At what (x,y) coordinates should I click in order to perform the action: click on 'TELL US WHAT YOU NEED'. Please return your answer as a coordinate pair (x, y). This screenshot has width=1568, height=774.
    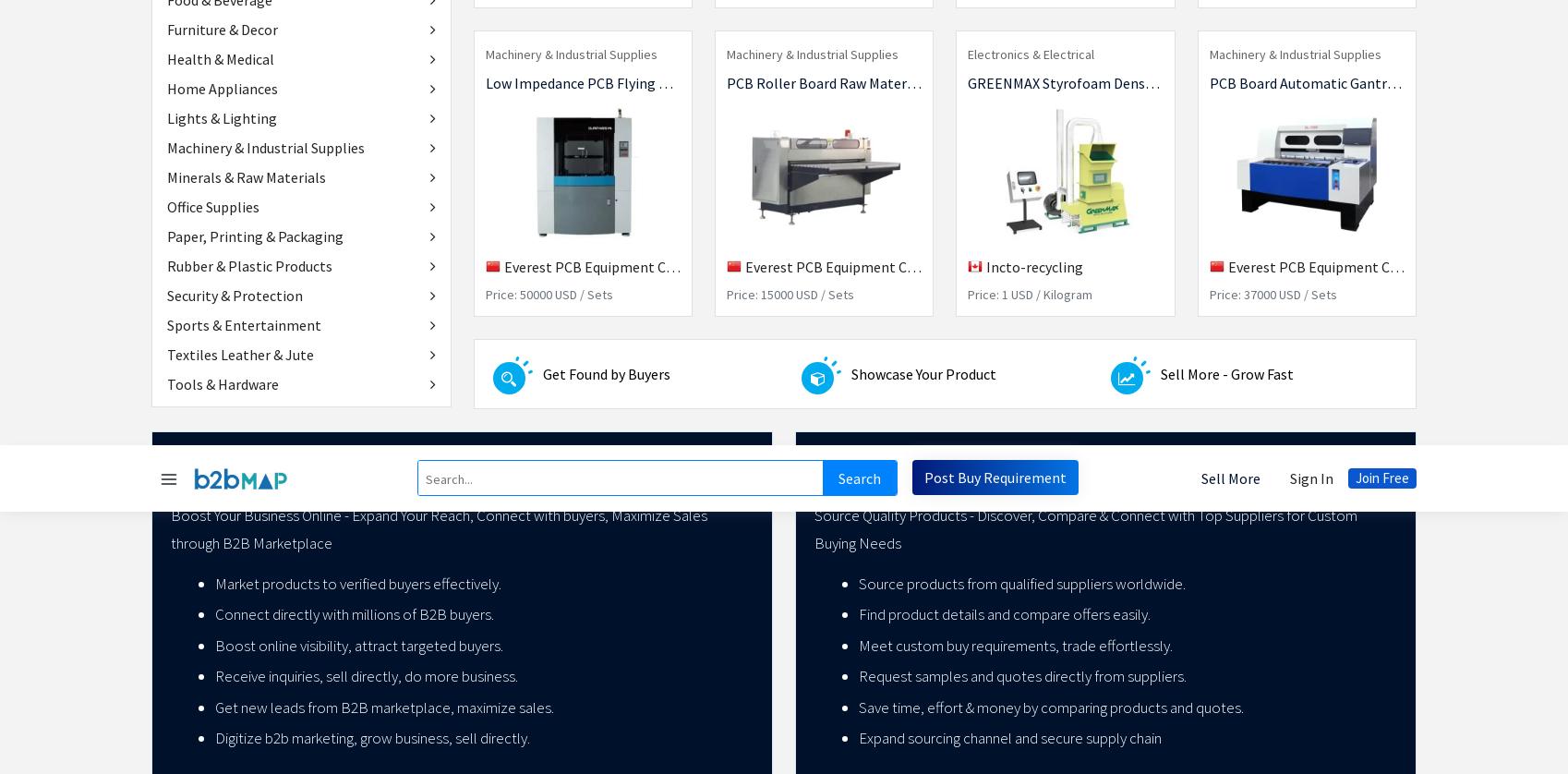
    Looking at the image, I should click on (484, 188).